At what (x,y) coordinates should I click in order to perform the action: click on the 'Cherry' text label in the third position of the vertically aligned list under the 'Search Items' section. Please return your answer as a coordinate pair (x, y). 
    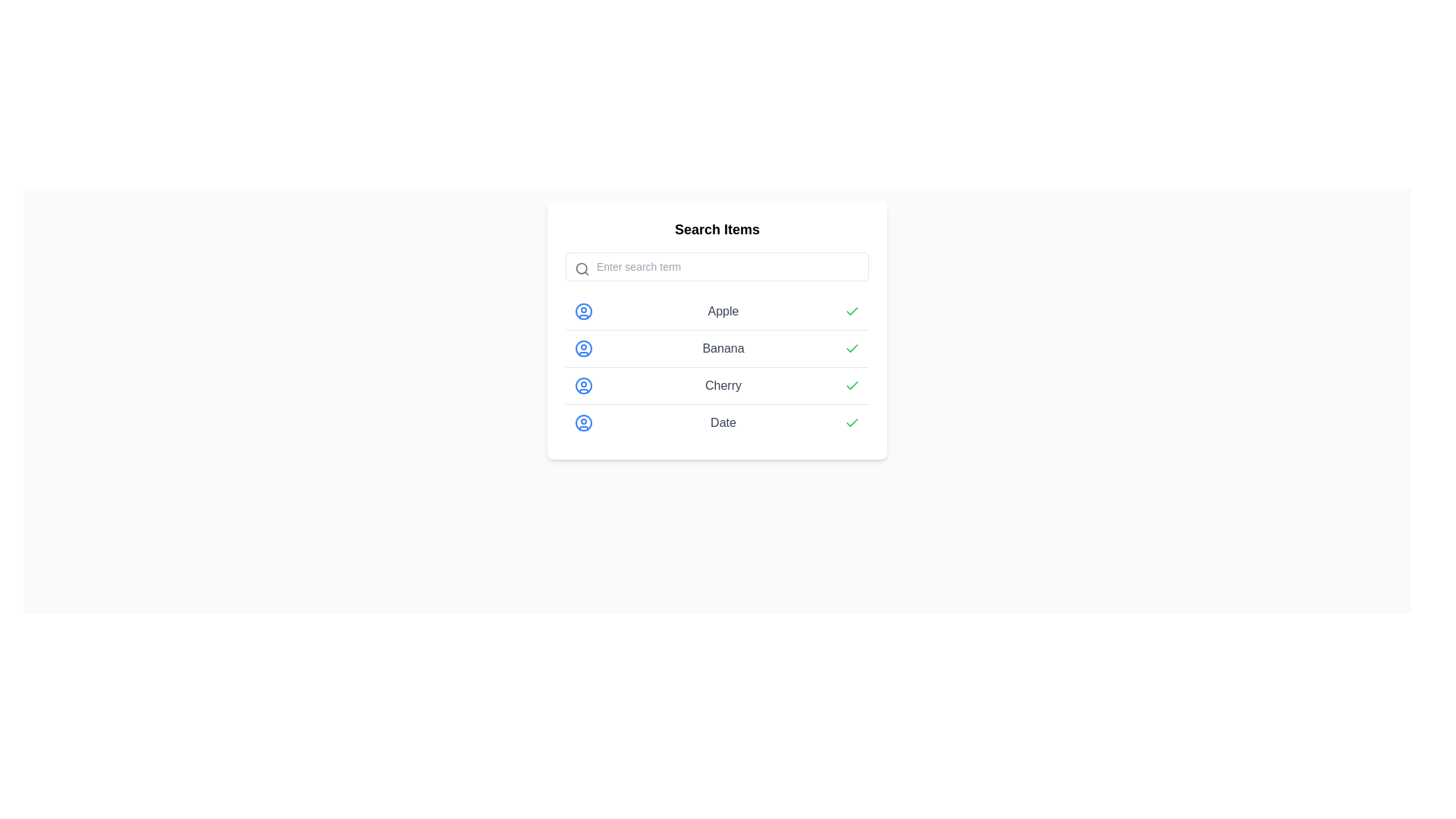
    Looking at the image, I should click on (723, 385).